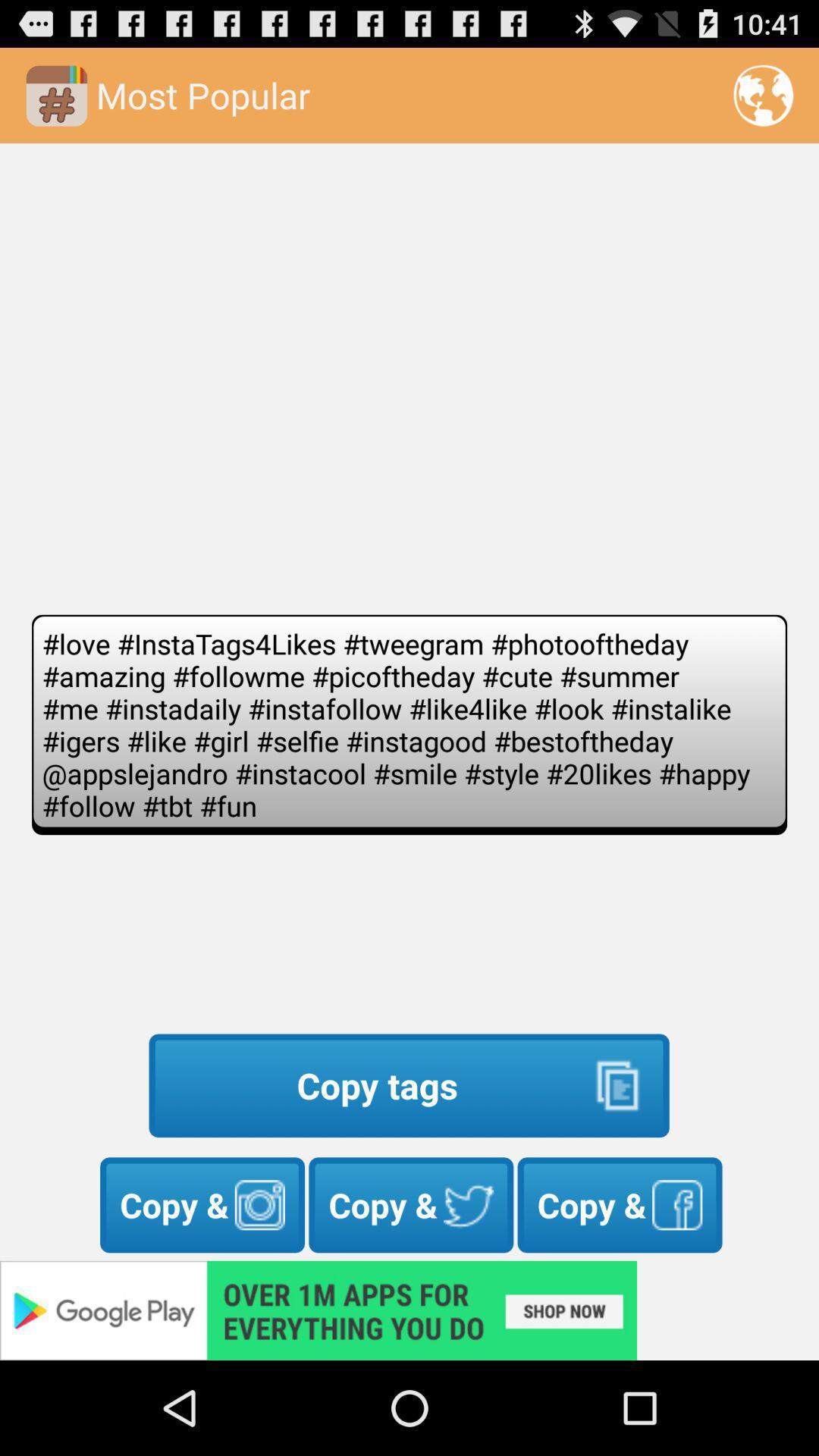 Image resolution: width=819 pixels, height=1456 pixels. I want to click on advertisement link, so click(409, 1310).